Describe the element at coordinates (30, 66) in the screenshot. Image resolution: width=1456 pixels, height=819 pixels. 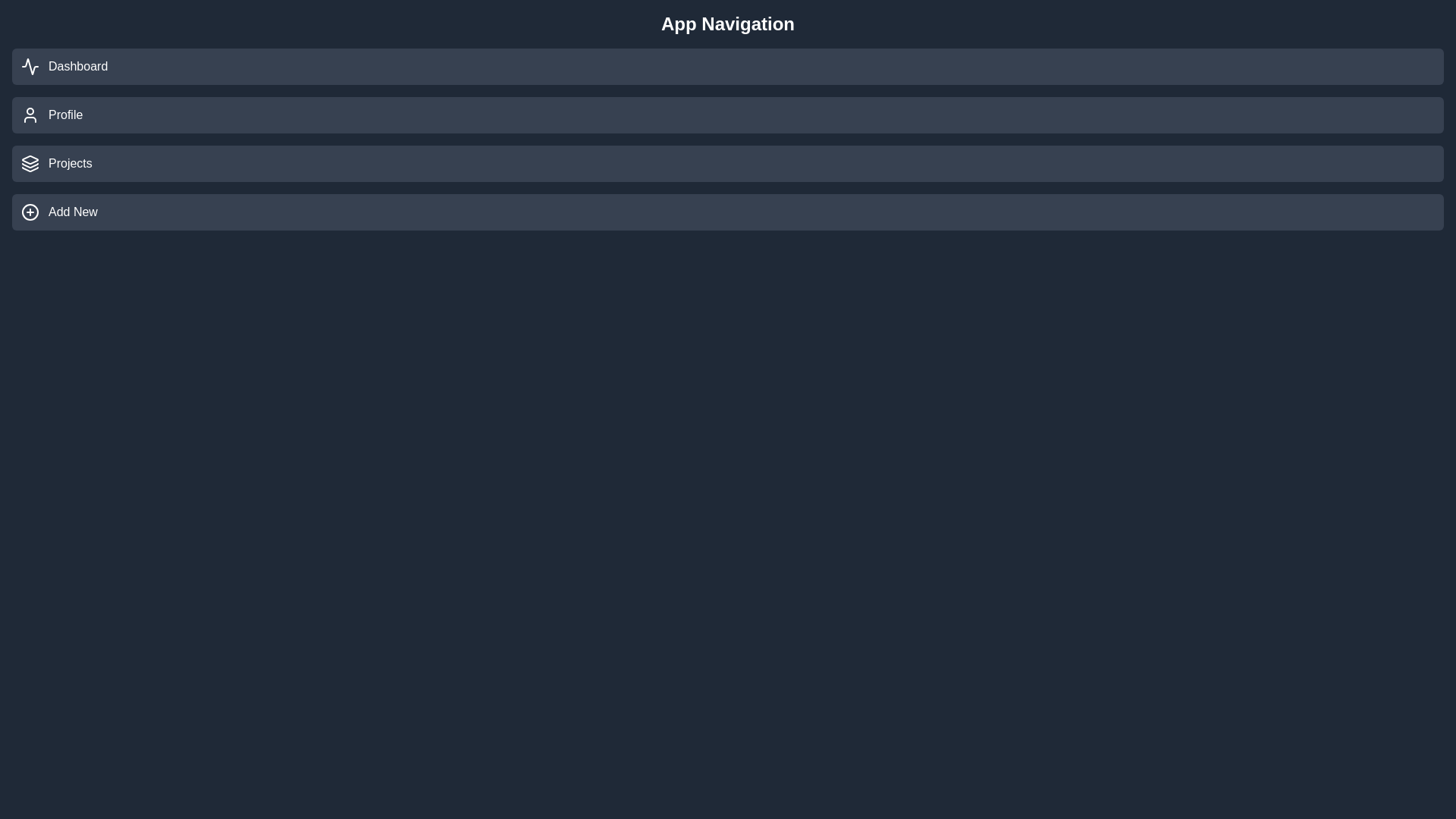
I see `the SVG-based icon representing the 'Dashboard' navigation item` at that location.